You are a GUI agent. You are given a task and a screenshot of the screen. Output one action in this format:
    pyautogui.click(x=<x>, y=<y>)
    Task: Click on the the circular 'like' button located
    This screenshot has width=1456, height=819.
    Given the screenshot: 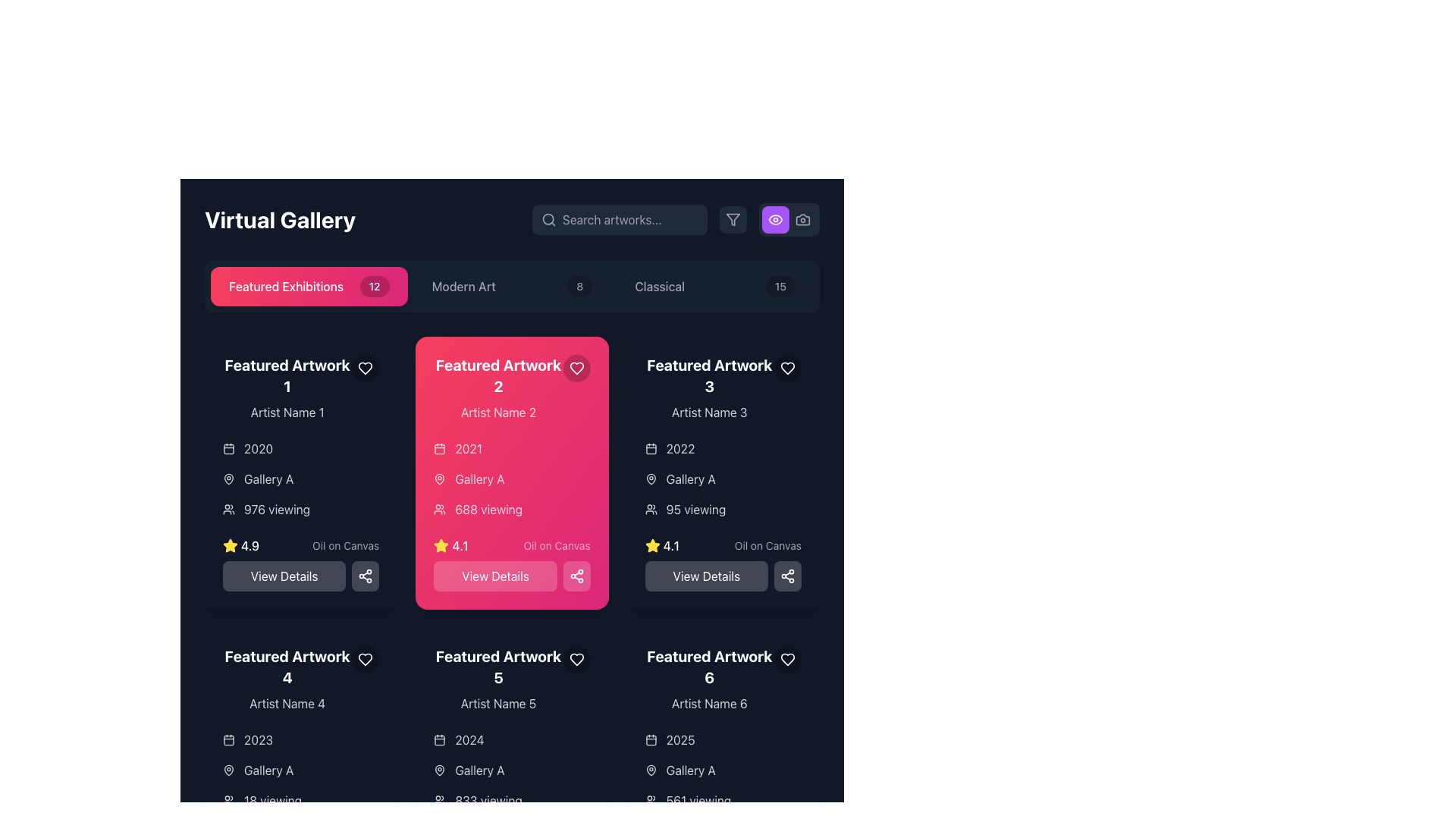 What is the action you would take?
    pyautogui.click(x=787, y=369)
    